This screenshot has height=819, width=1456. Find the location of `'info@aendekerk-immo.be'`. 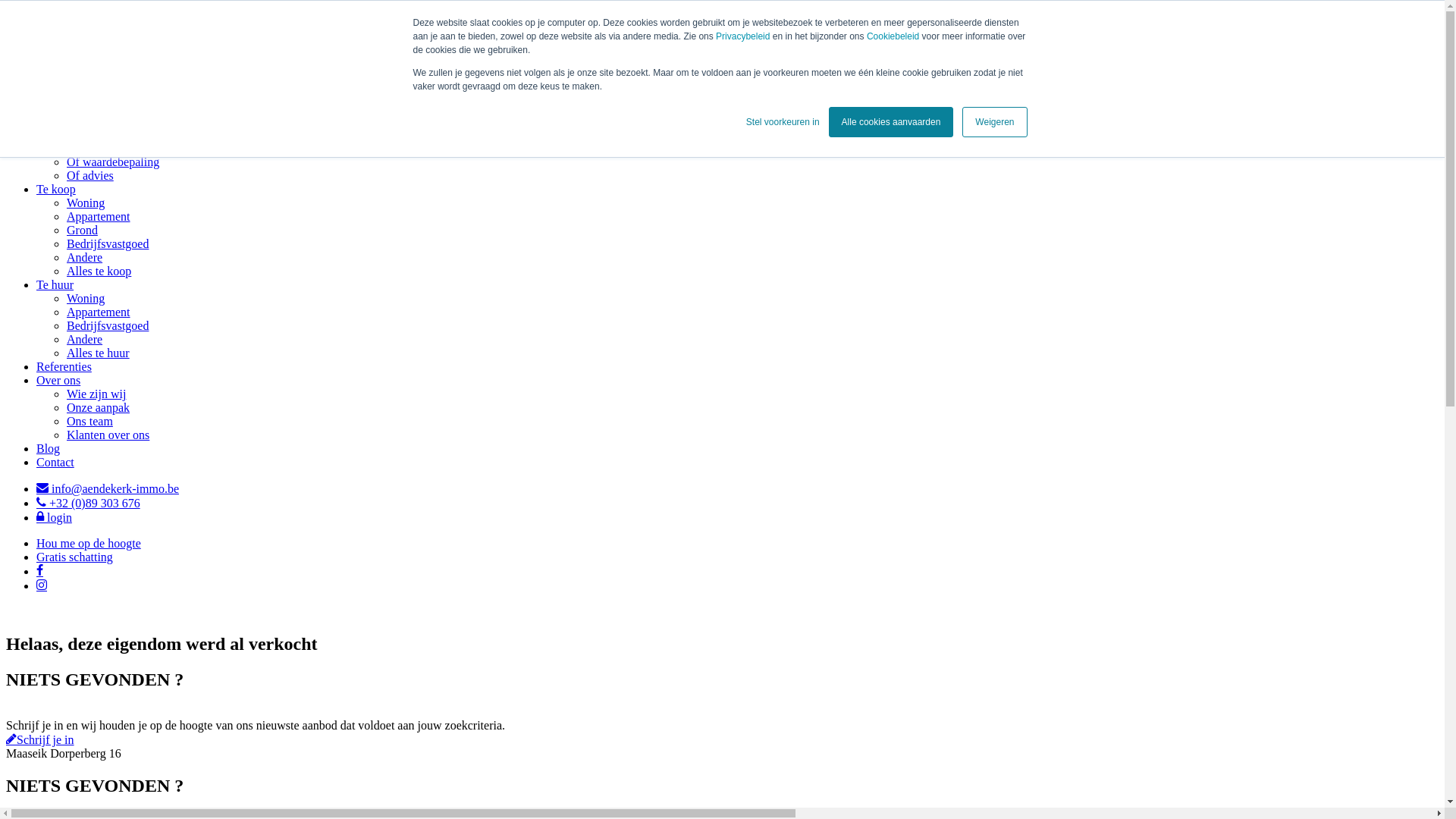

'info@aendekerk-immo.be' is located at coordinates (107, 488).